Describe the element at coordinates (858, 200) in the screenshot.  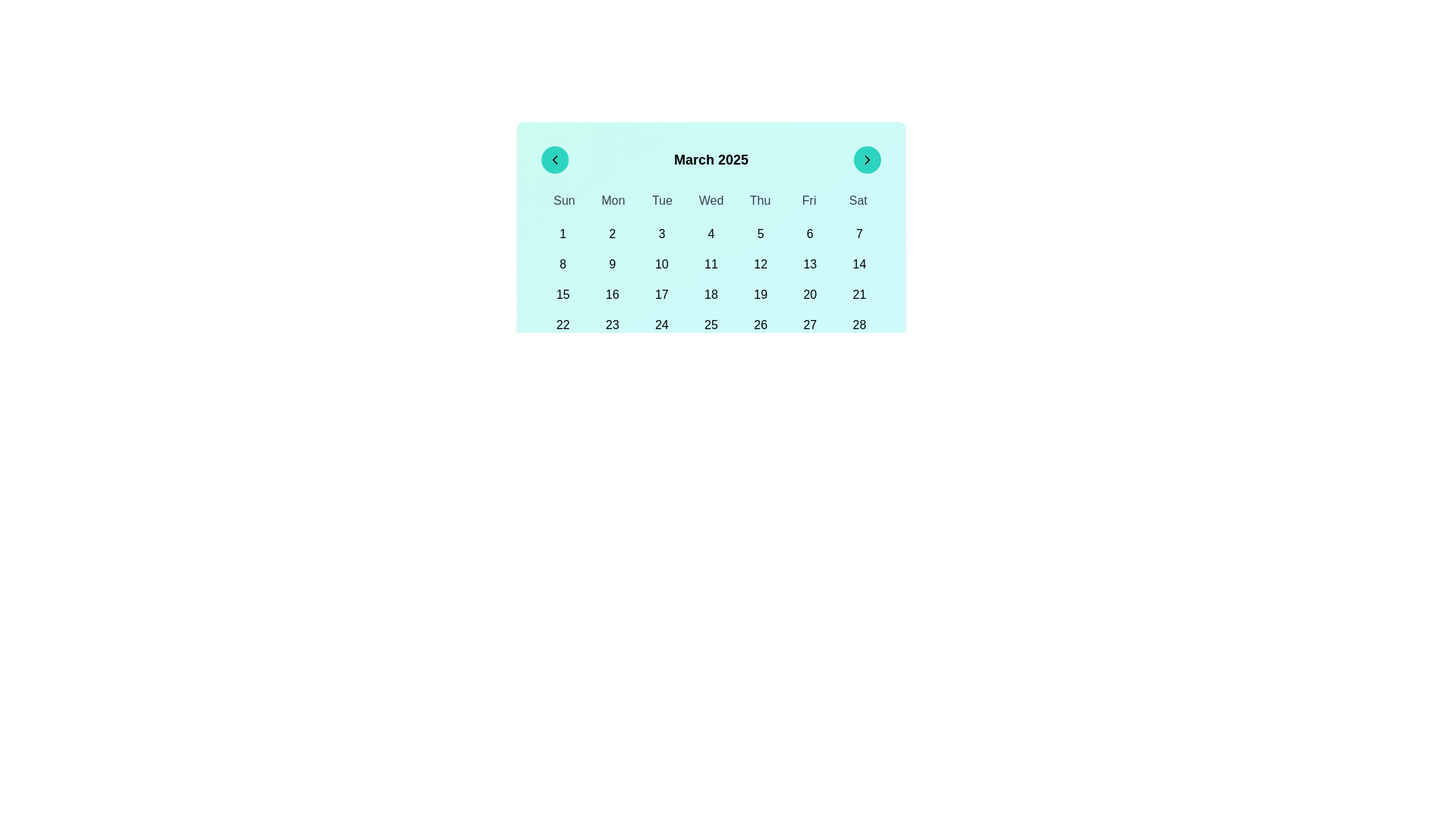
I see `the text label displaying 'Sat', which is the seventh element in the list of days at the top of the calendar interface` at that location.